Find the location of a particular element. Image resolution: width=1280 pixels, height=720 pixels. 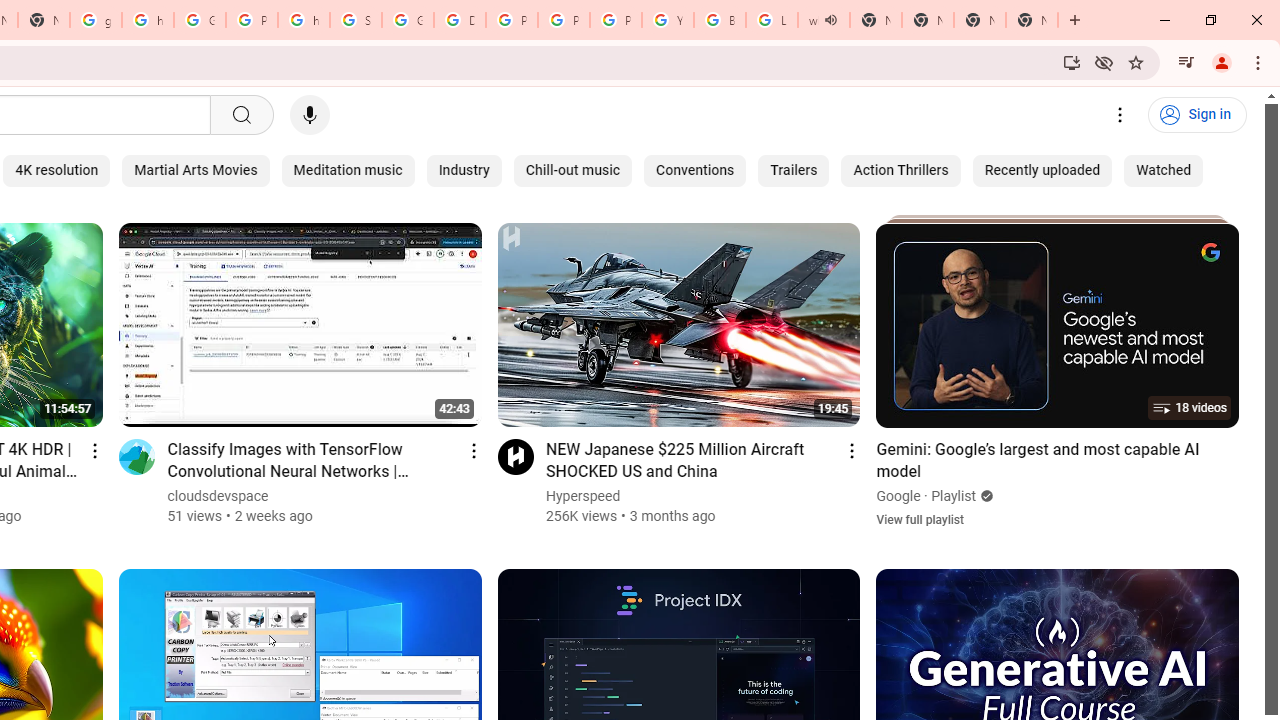

'YouTube' is located at coordinates (668, 20).